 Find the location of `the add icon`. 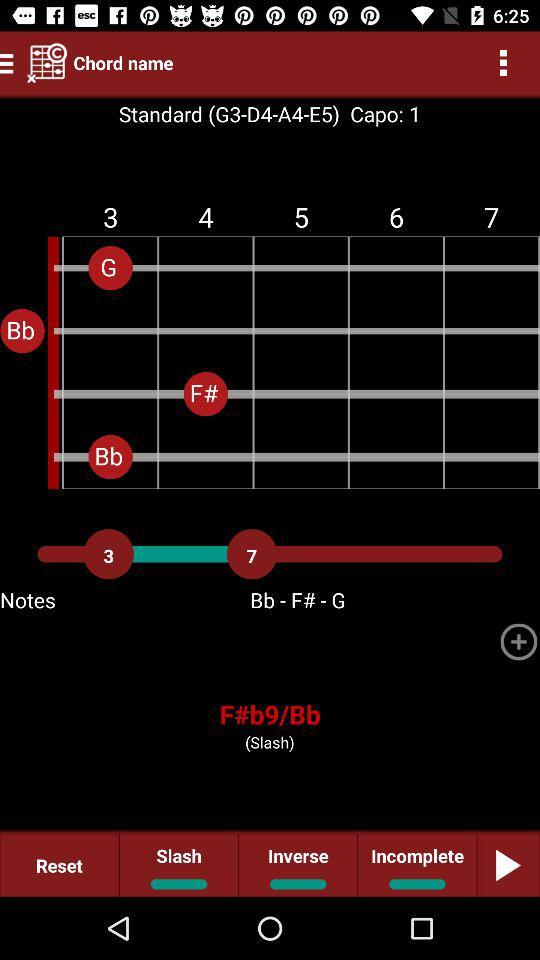

the add icon is located at coordinates (518, 640).